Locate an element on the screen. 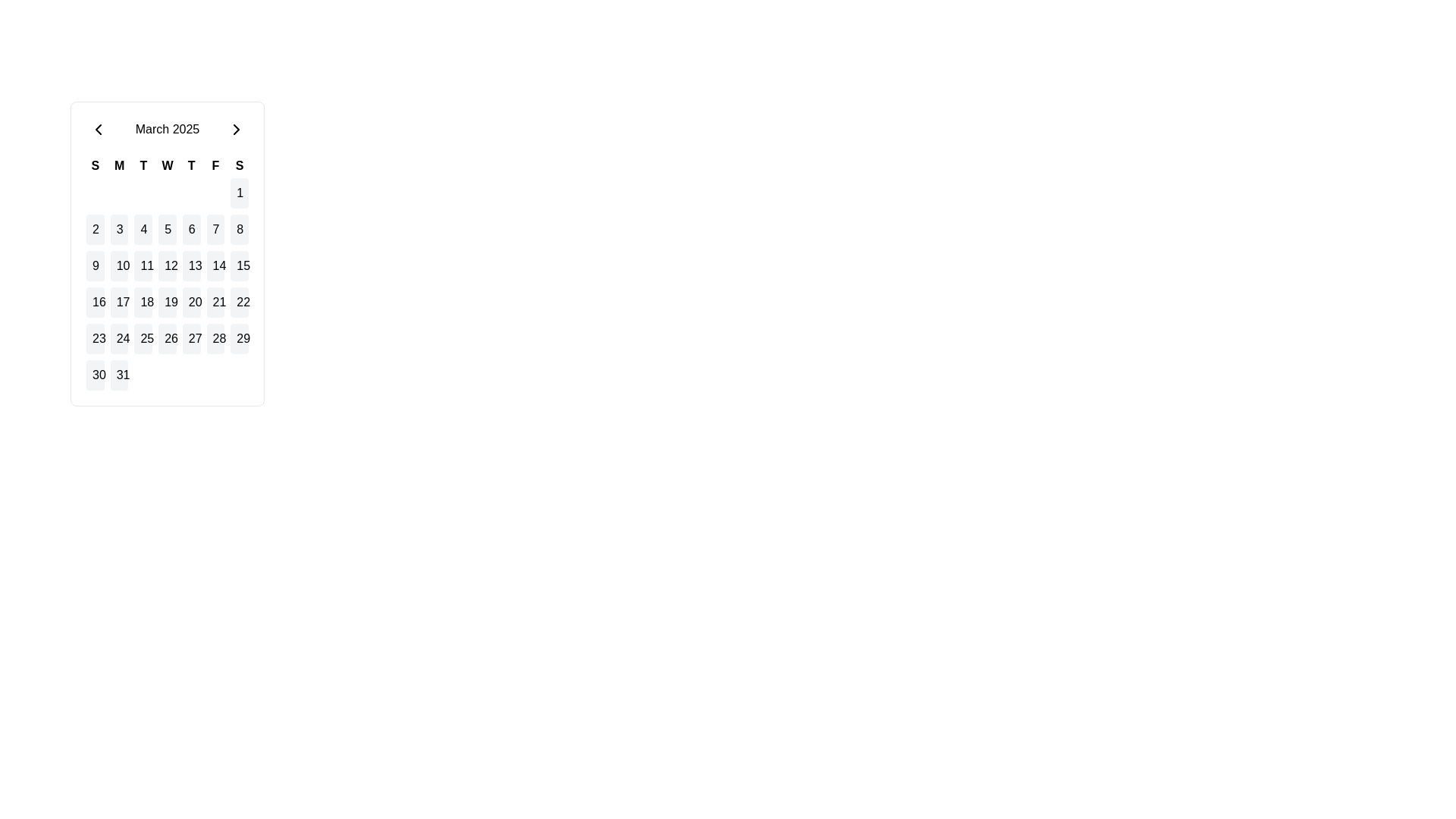  the navigation button located to the left of the month display ('March 2025') is located at coordinates (97, 128).